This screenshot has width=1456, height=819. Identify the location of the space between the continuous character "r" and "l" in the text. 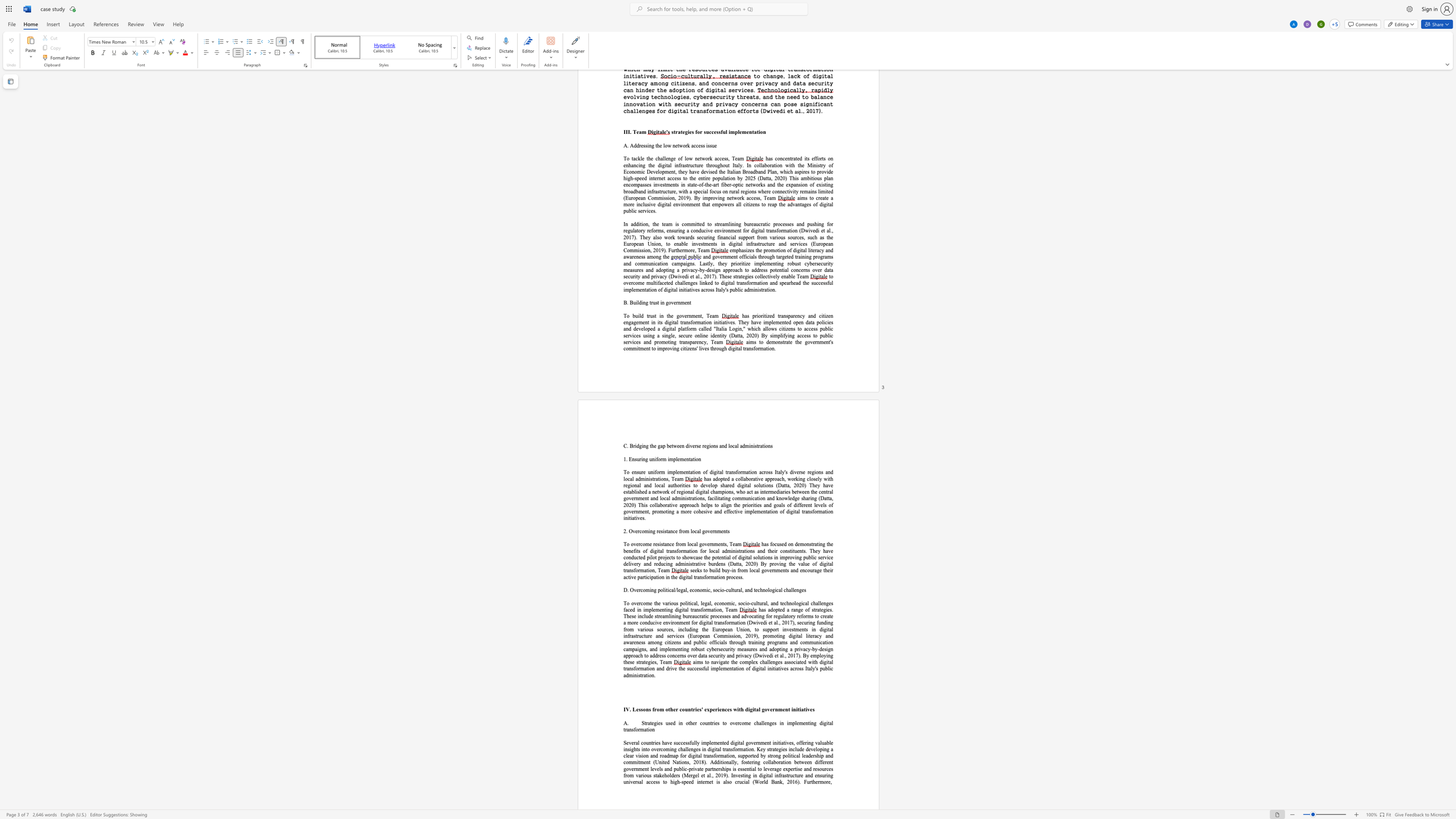
(763, 782).